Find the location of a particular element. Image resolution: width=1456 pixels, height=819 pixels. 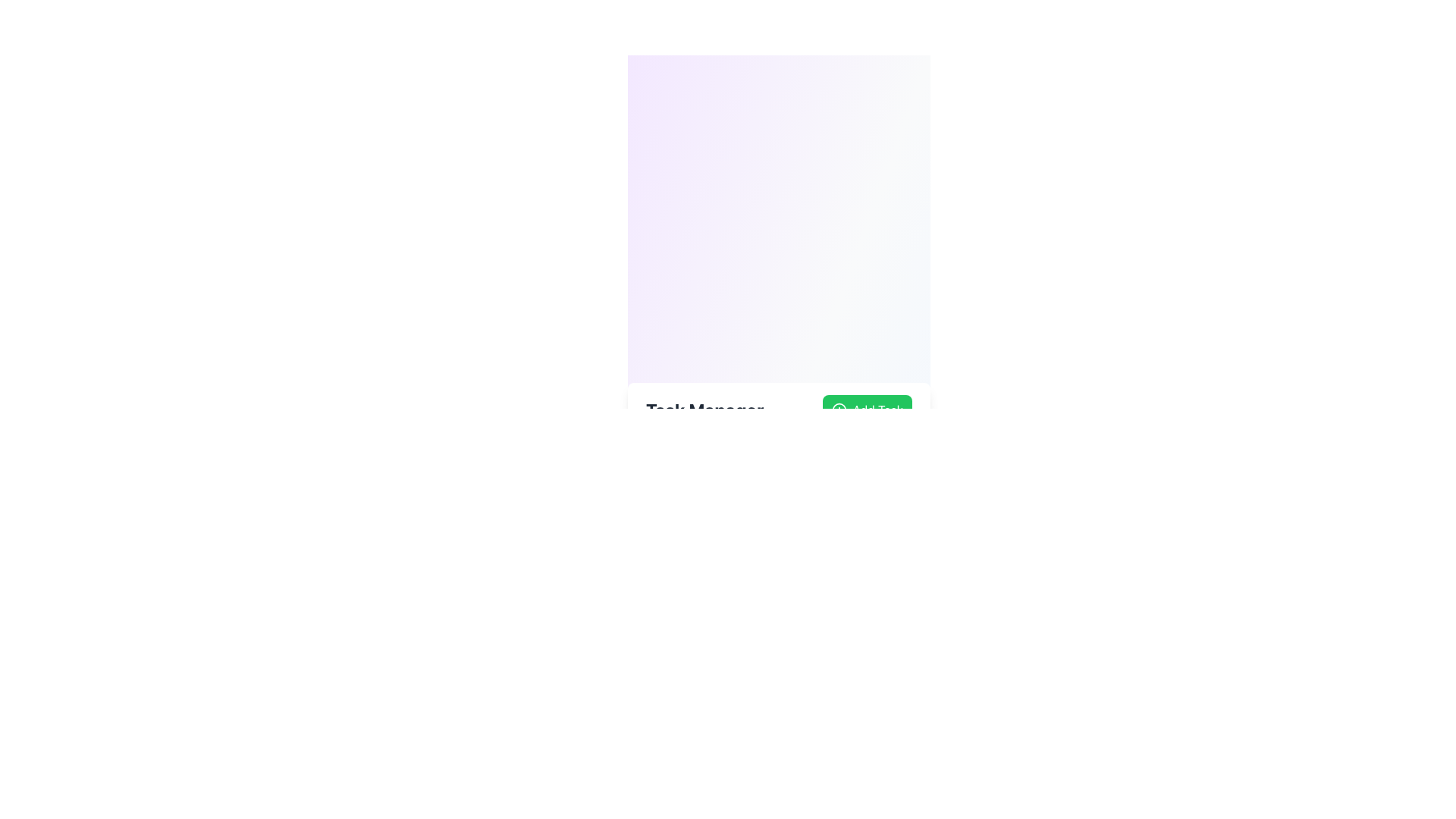

the 'Add Task' button with a green background and white text for keyboard interaction is located at coordinates (867, 409).